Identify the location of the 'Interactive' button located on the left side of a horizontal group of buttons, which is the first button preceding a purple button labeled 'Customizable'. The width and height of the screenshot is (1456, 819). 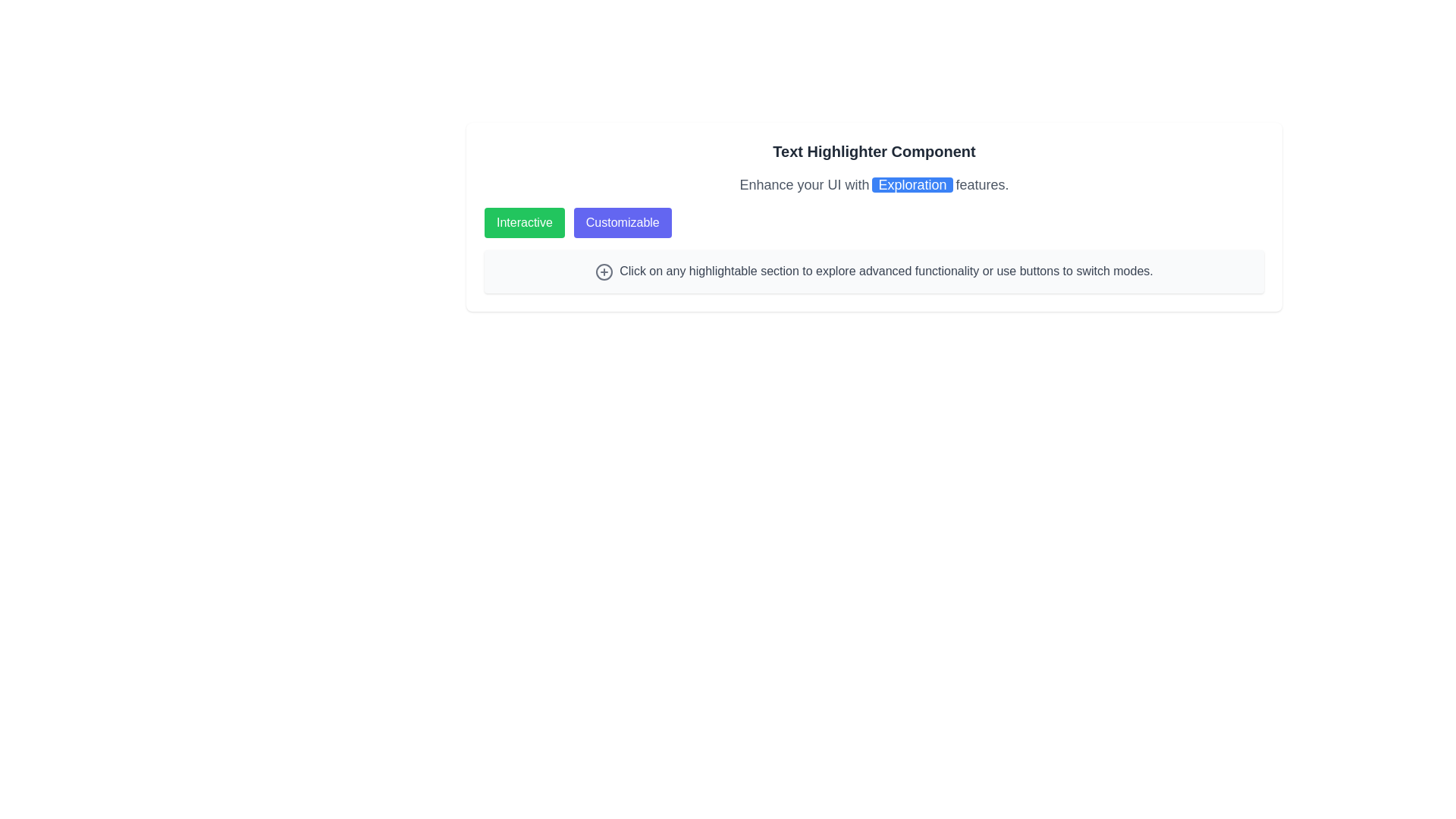
(524, 222).